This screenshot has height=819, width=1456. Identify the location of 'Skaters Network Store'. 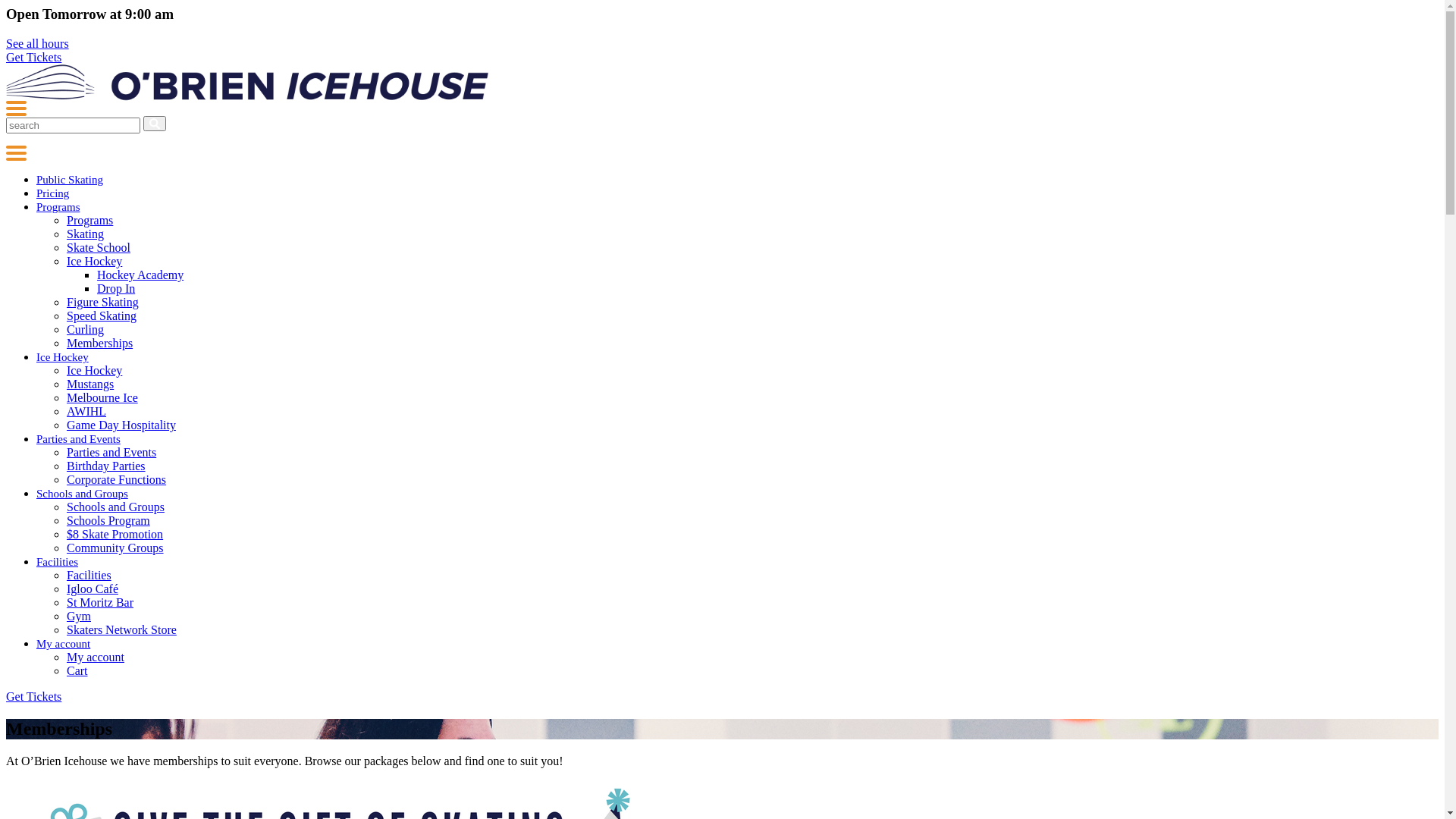
(121, 629).